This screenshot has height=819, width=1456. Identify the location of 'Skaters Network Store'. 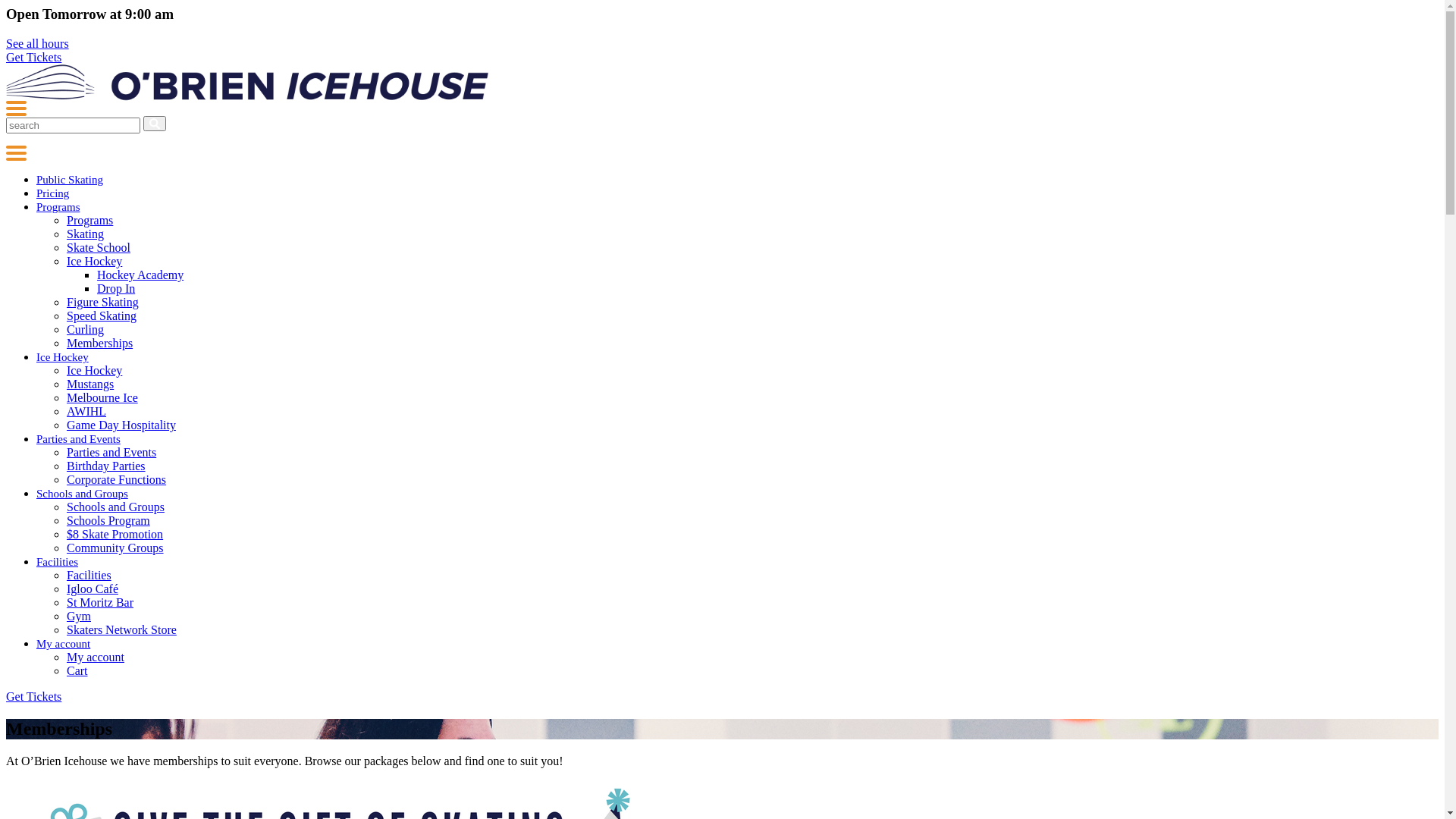
(121, 629).